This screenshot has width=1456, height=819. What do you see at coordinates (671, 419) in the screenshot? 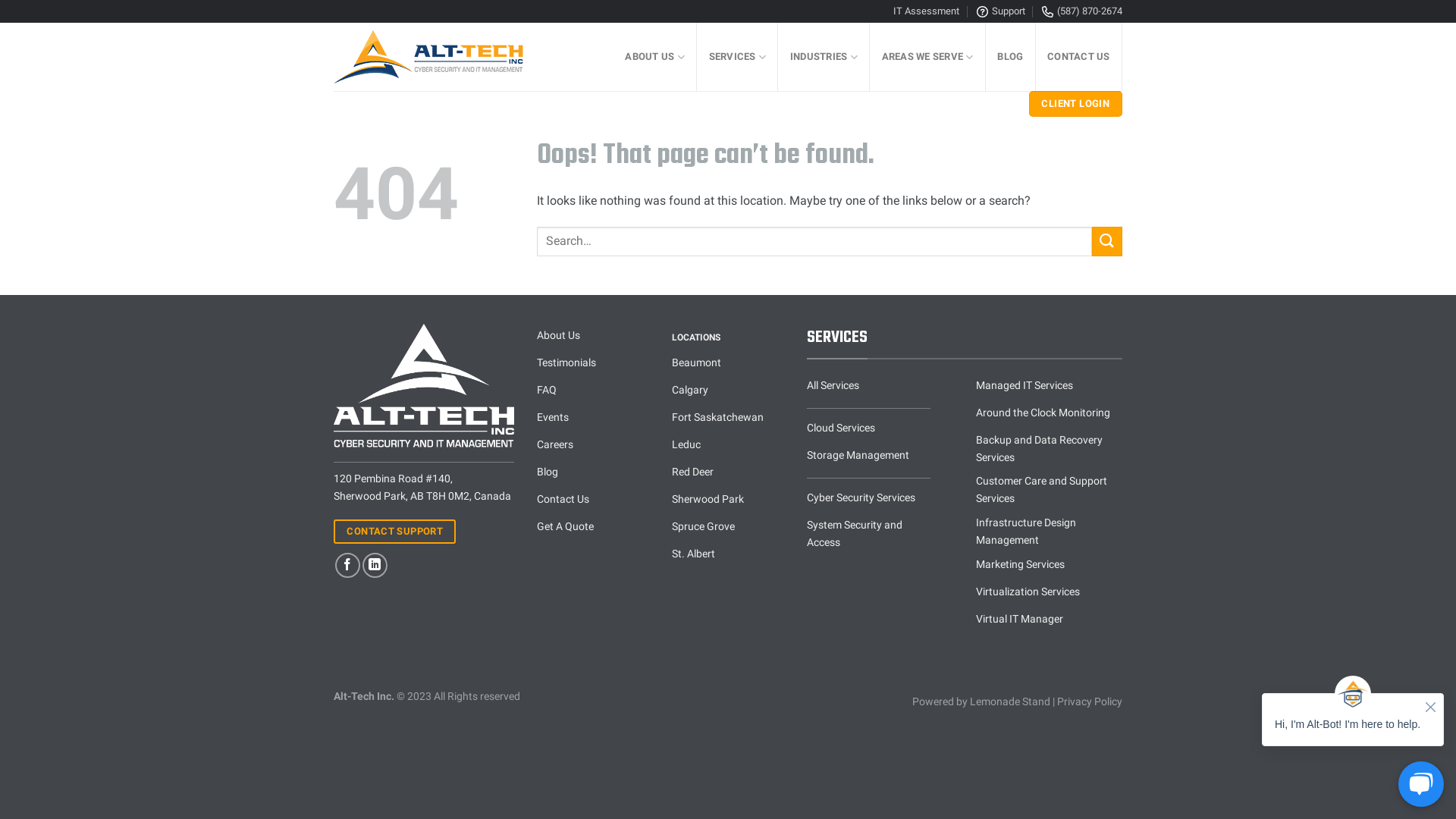
I see `'Fort Saskatchewan'` at bounding box center [671, 419].